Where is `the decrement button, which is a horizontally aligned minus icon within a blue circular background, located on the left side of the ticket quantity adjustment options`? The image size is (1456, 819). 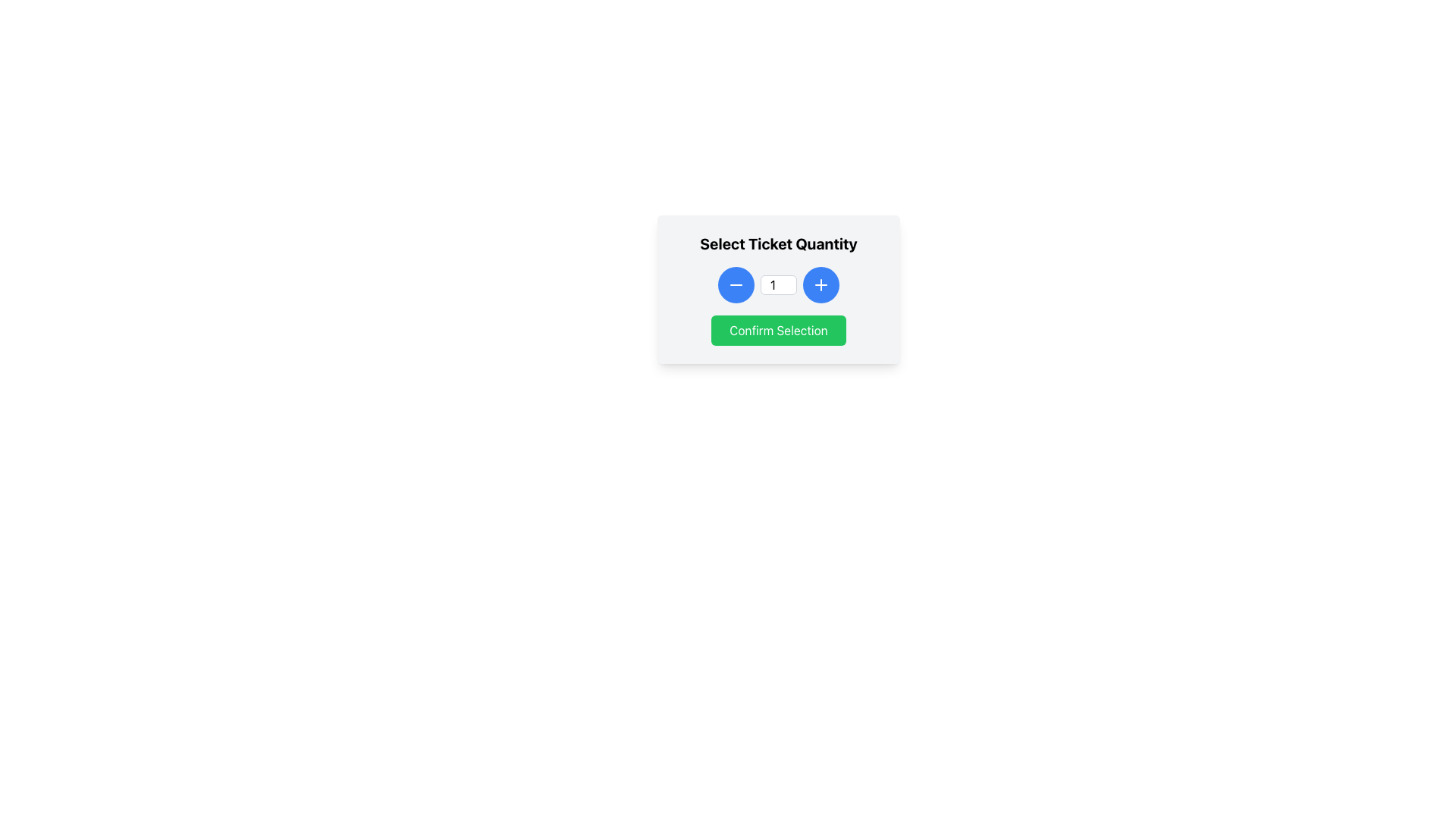 the decrement button, which is a horizontally aligned minus icon within a blue circular background, located on the left side of the ticket quantity adjustment options is located at coordinates (736, 284).